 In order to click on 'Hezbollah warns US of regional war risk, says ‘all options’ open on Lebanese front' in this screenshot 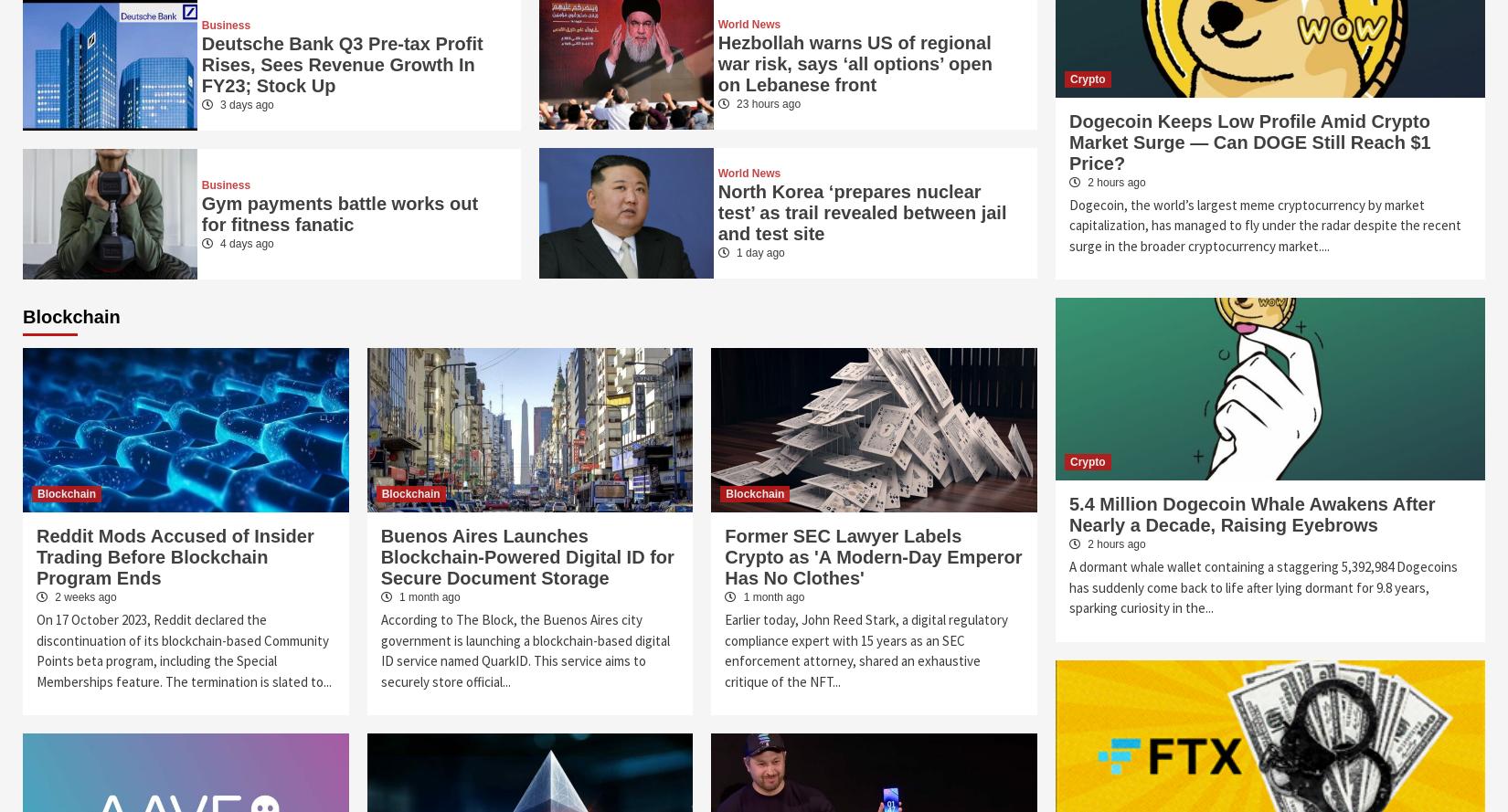, I will do `click(855, 62)`.